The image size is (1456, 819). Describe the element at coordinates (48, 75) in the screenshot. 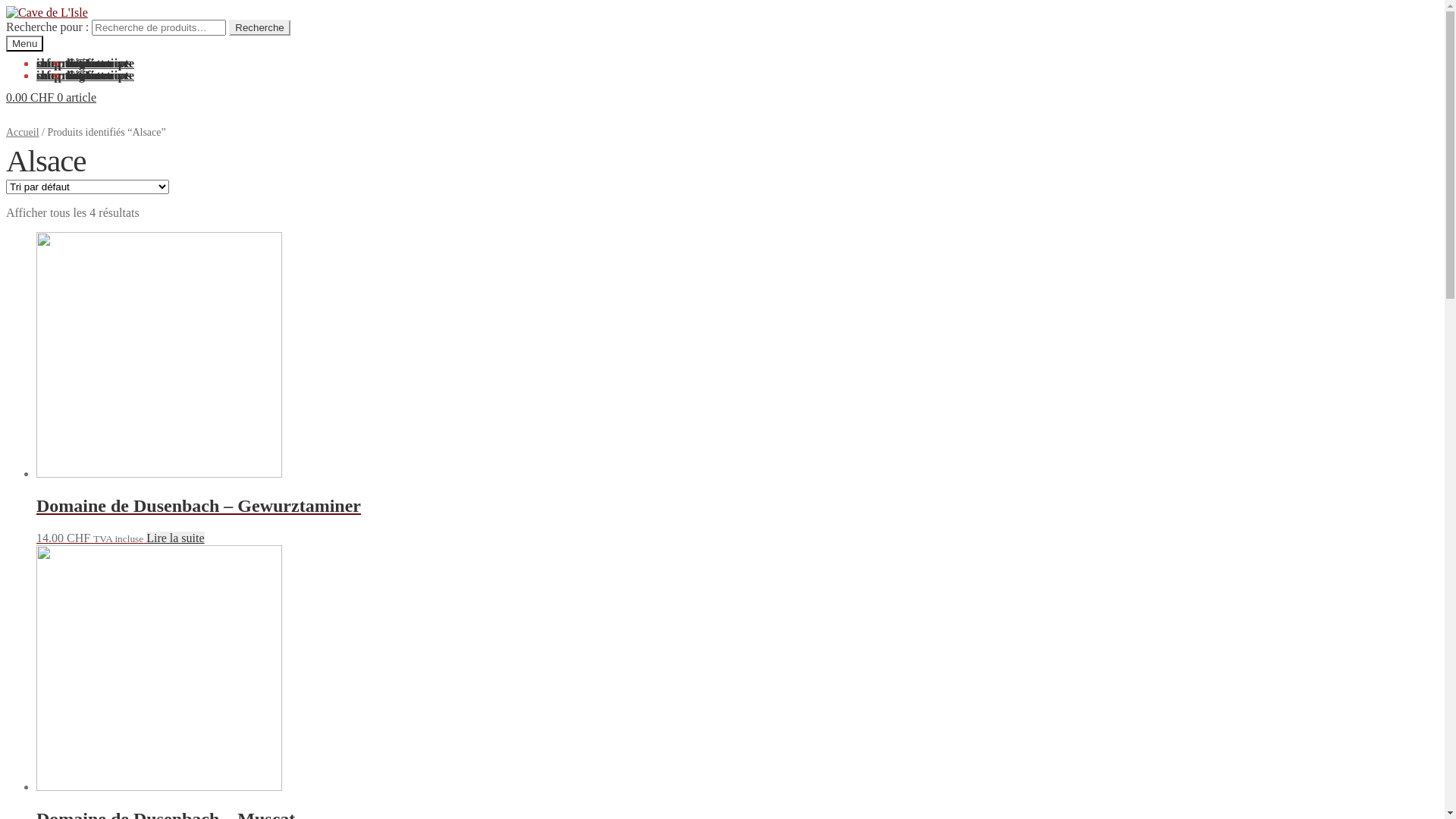

I see `'shop'` at that location.